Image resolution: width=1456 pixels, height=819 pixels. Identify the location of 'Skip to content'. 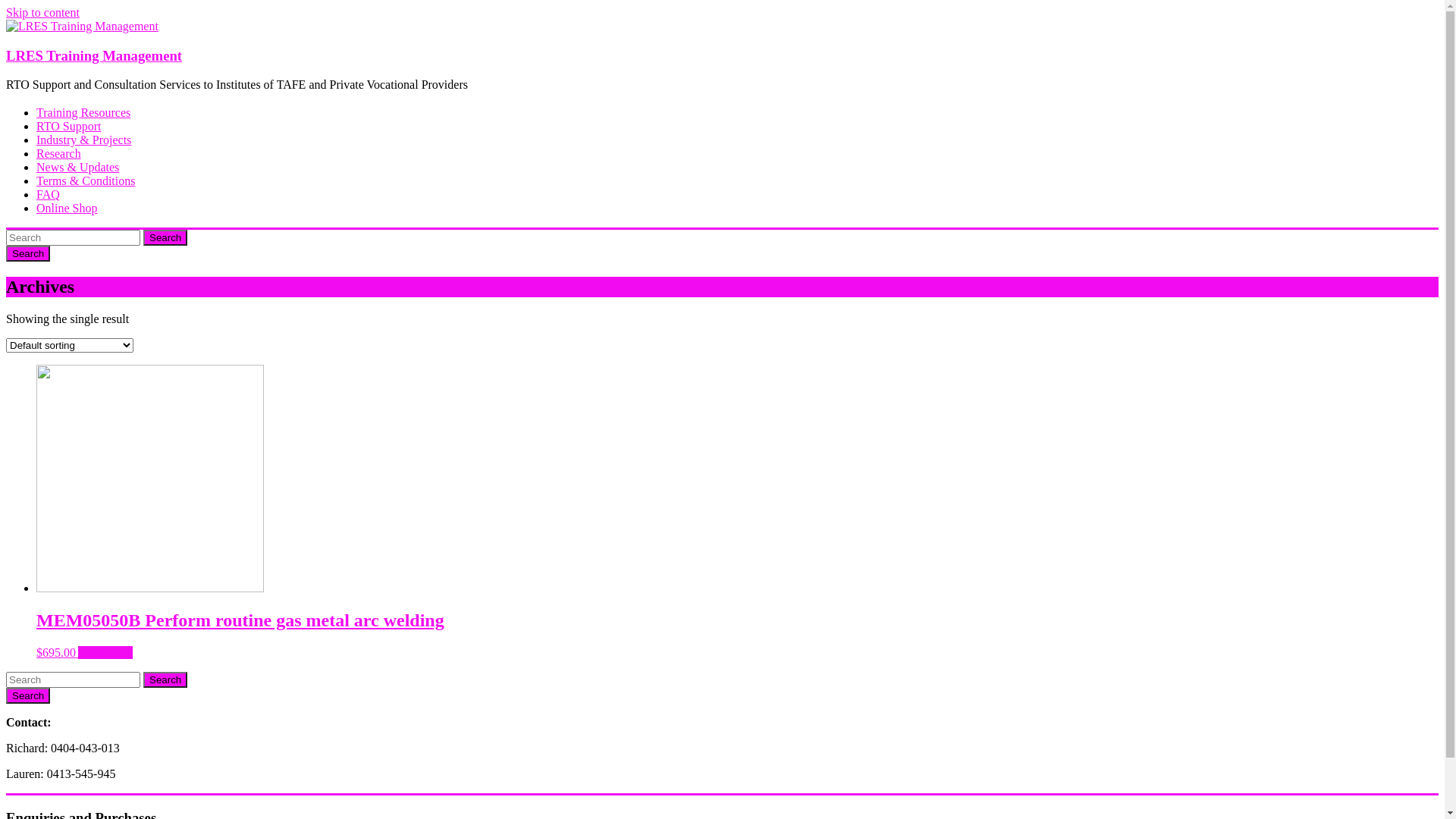
(42, 12).